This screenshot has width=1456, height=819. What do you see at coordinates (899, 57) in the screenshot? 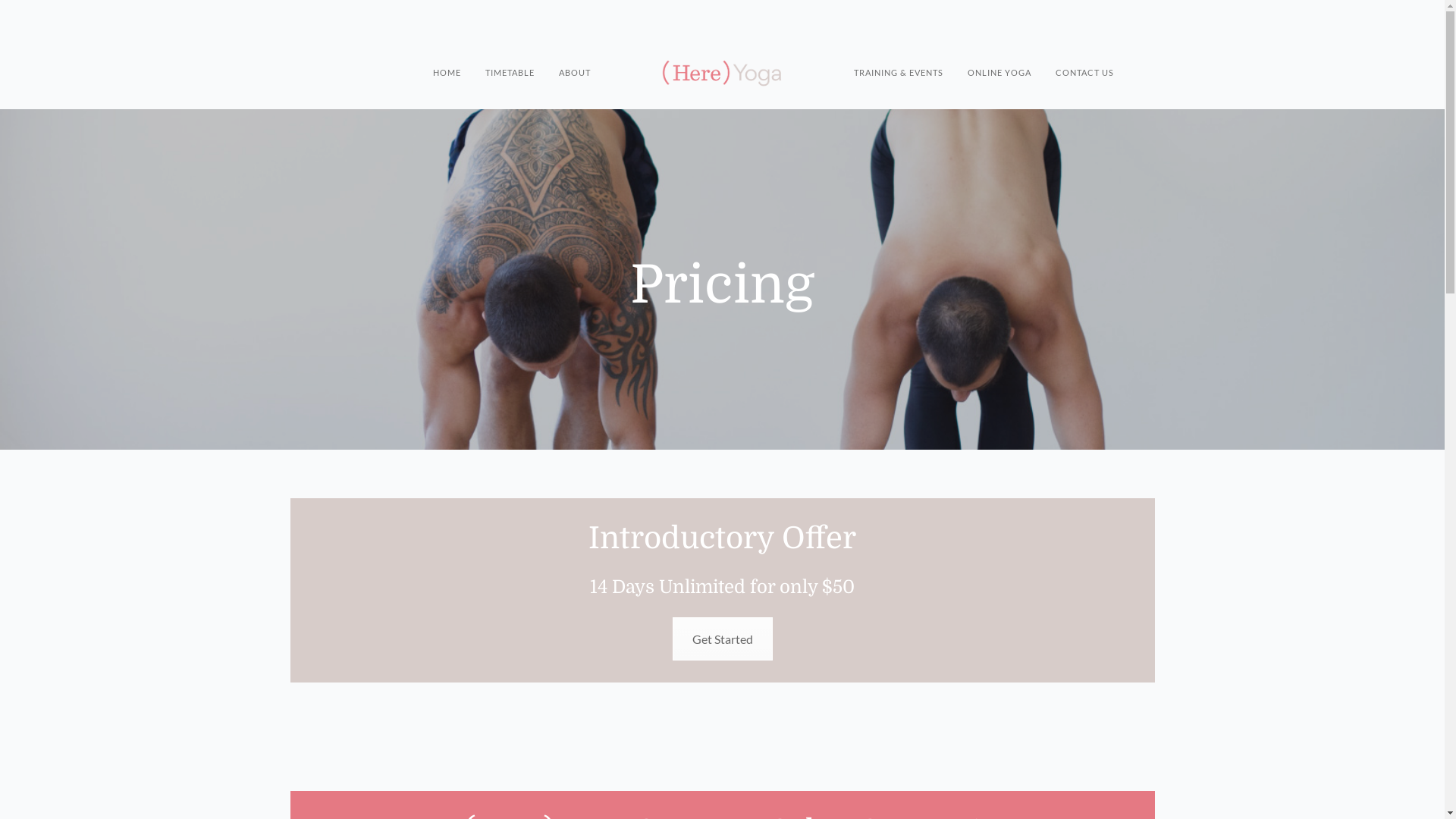
I see `'TRAINING & EVENTS'` at bounding box center [899, 57].